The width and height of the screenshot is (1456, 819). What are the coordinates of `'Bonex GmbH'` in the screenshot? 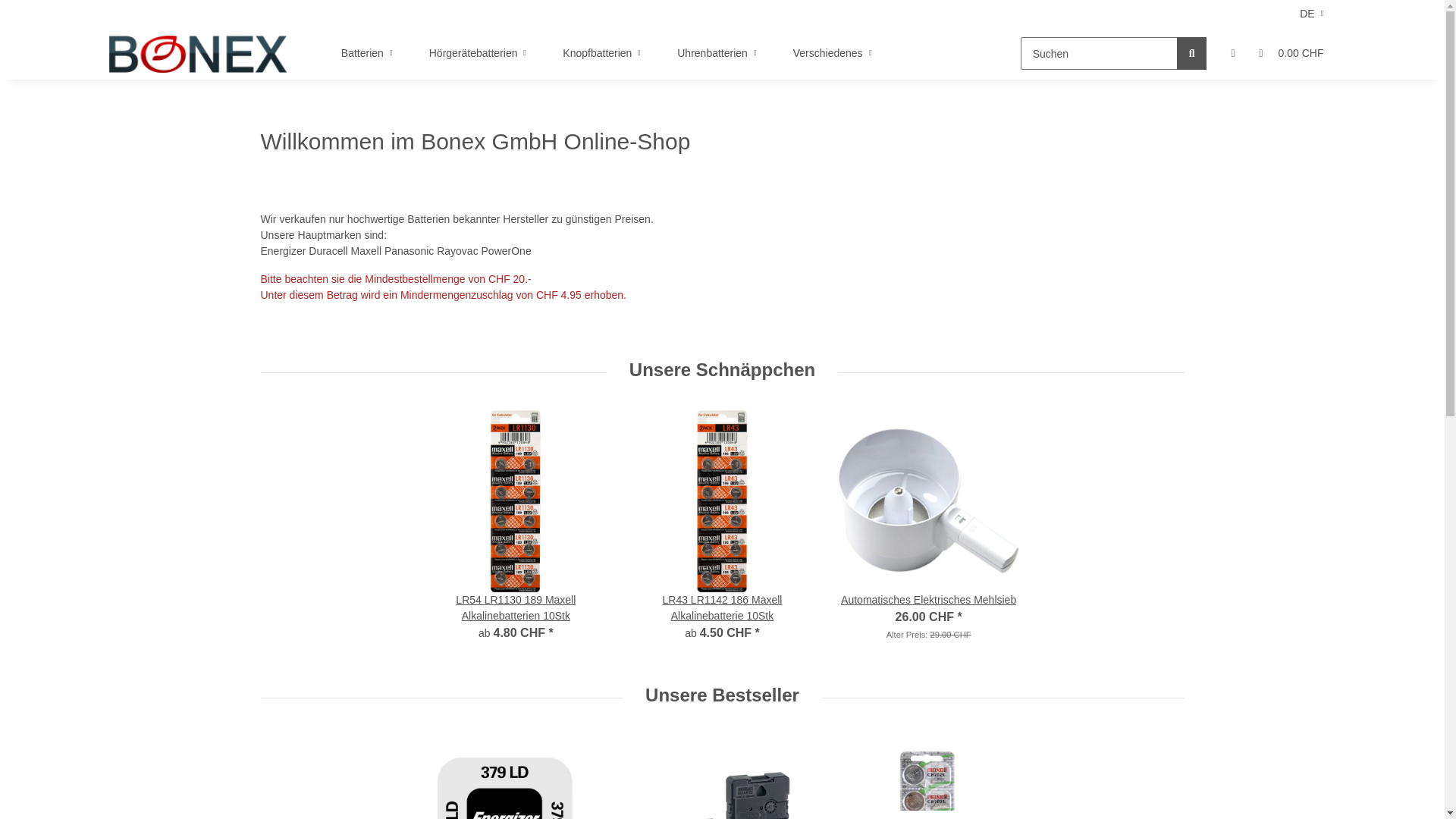 It's located at (196, 52).